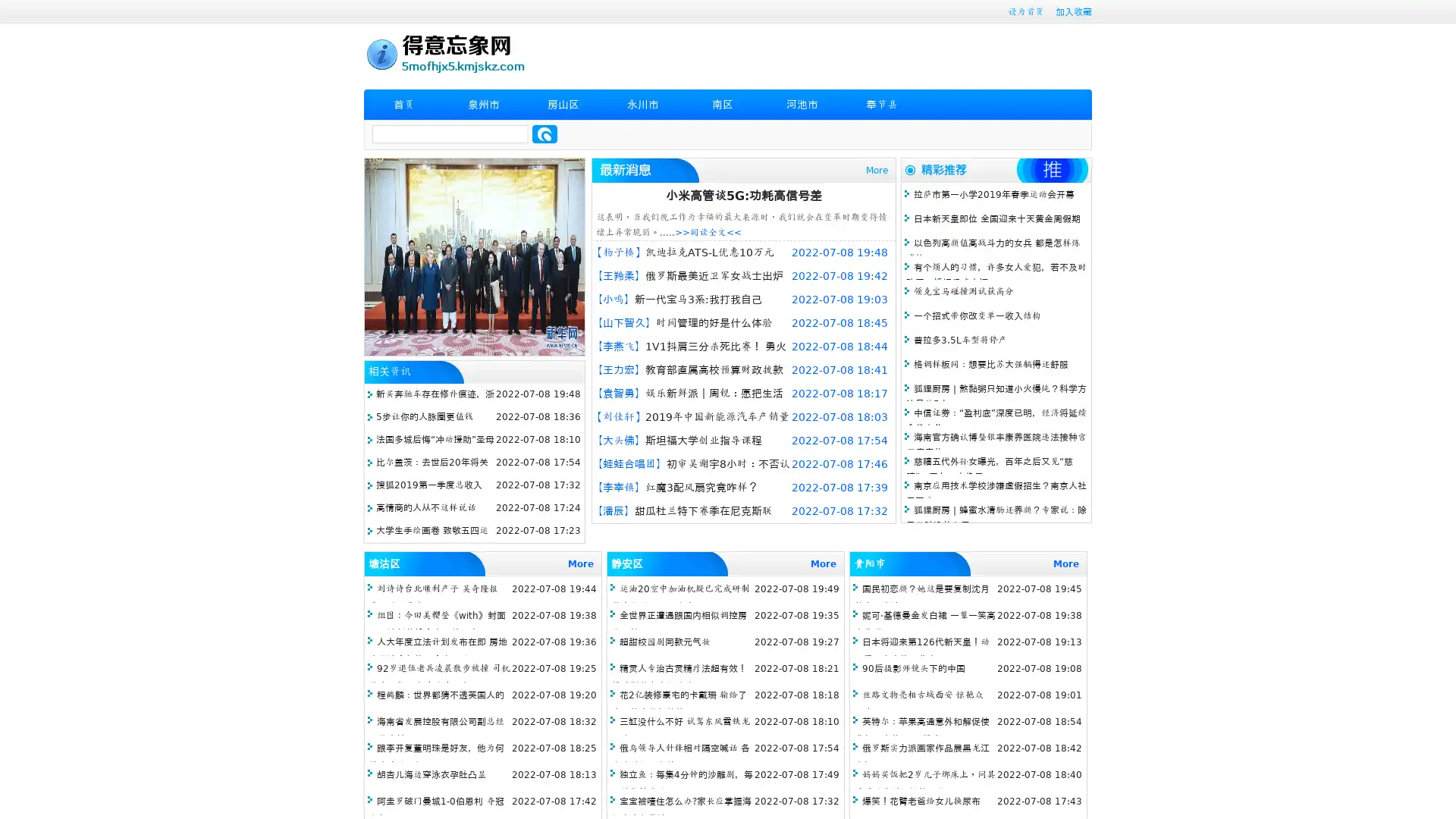  I want to click on Search, so click(544, 133).